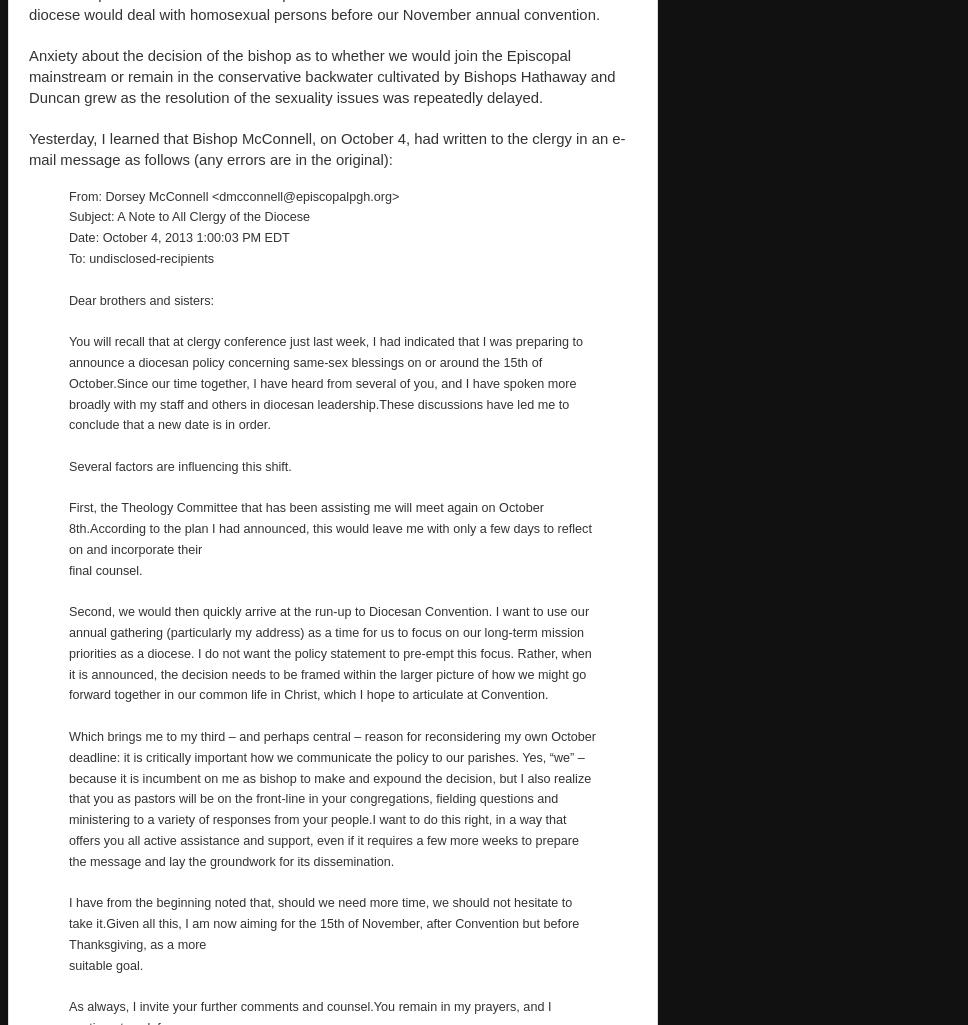 This screenshot has height=1025, width=968. What do you see at coordinates (320, 75) in the screenshot?
I see `'Anxiety about the decision of the bishop as to whether we would join the Episcopal mainstream or remain in the conservative backwater cultivated by Bishops Hathaway and Duncan grew as the resolution of the sexuality issues was repeatedly delayed.'` at bounding box center [320, 75].